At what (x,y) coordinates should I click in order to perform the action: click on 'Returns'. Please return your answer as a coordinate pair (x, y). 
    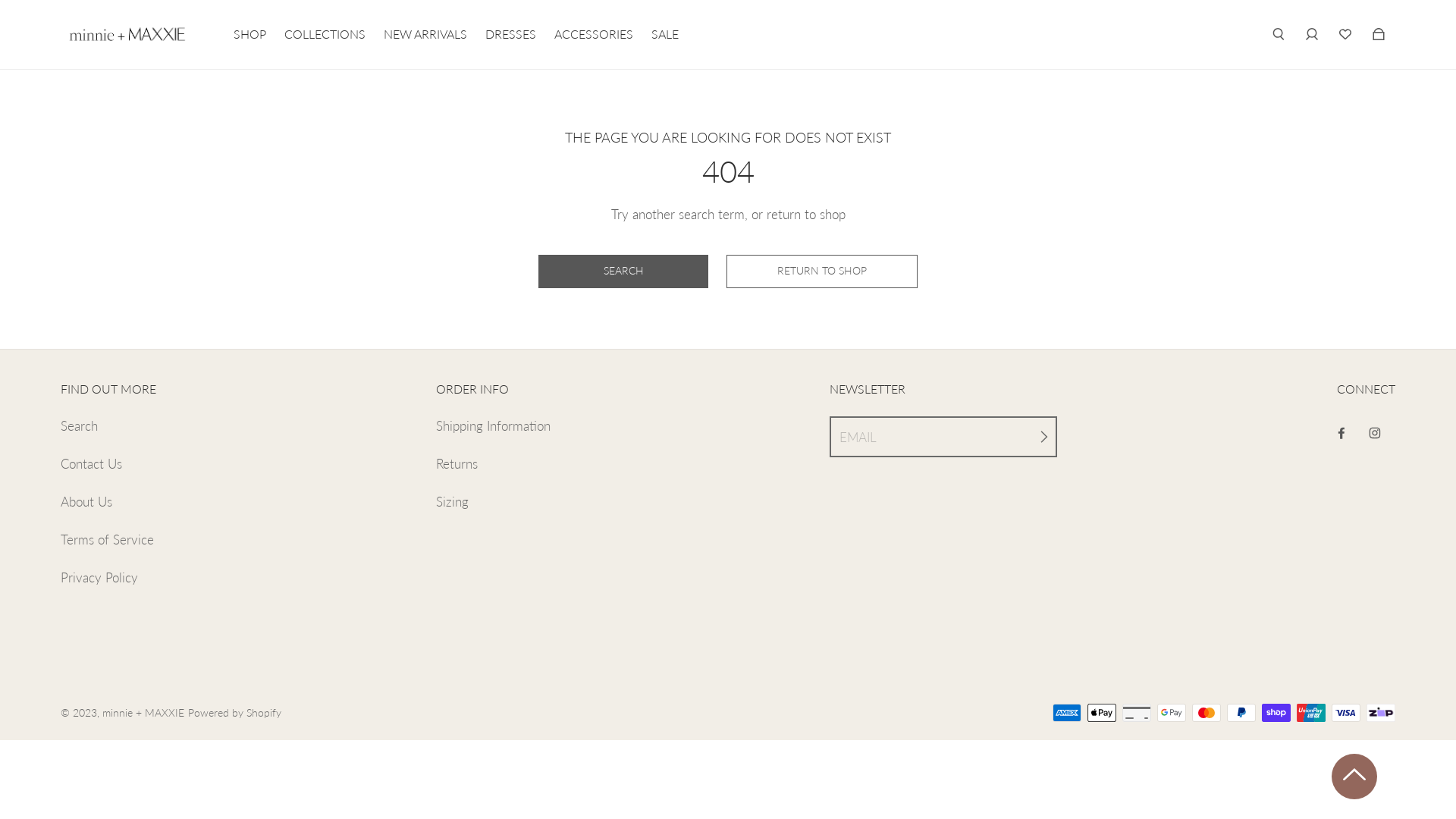
    Looking at the image, I should click on (456, 463).